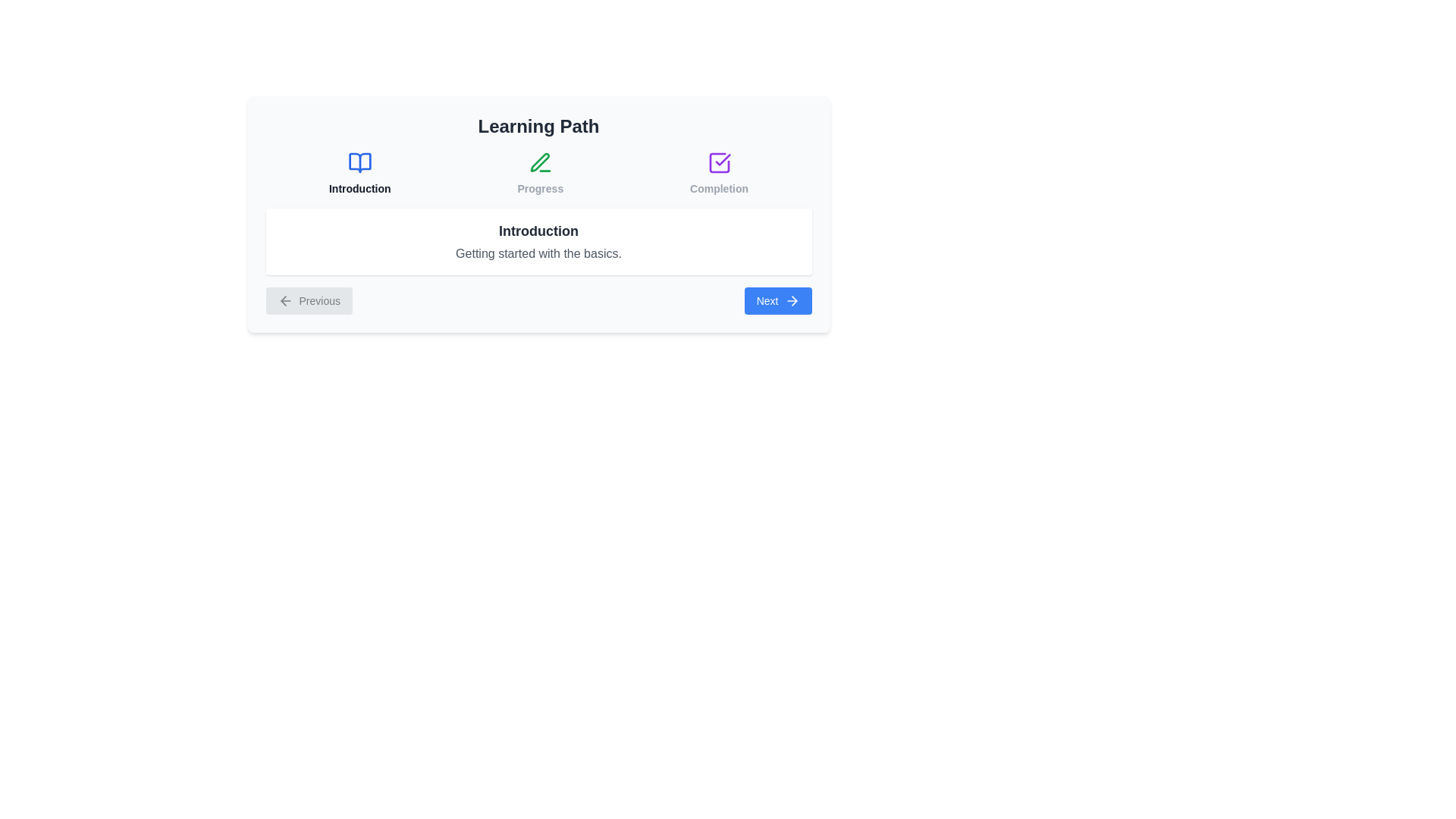  What do you see at coordinates (359, 172) in the screenshot?
I see `the topic labeled Introduction to inspect its icon and label` at bounding box center [359, 172].